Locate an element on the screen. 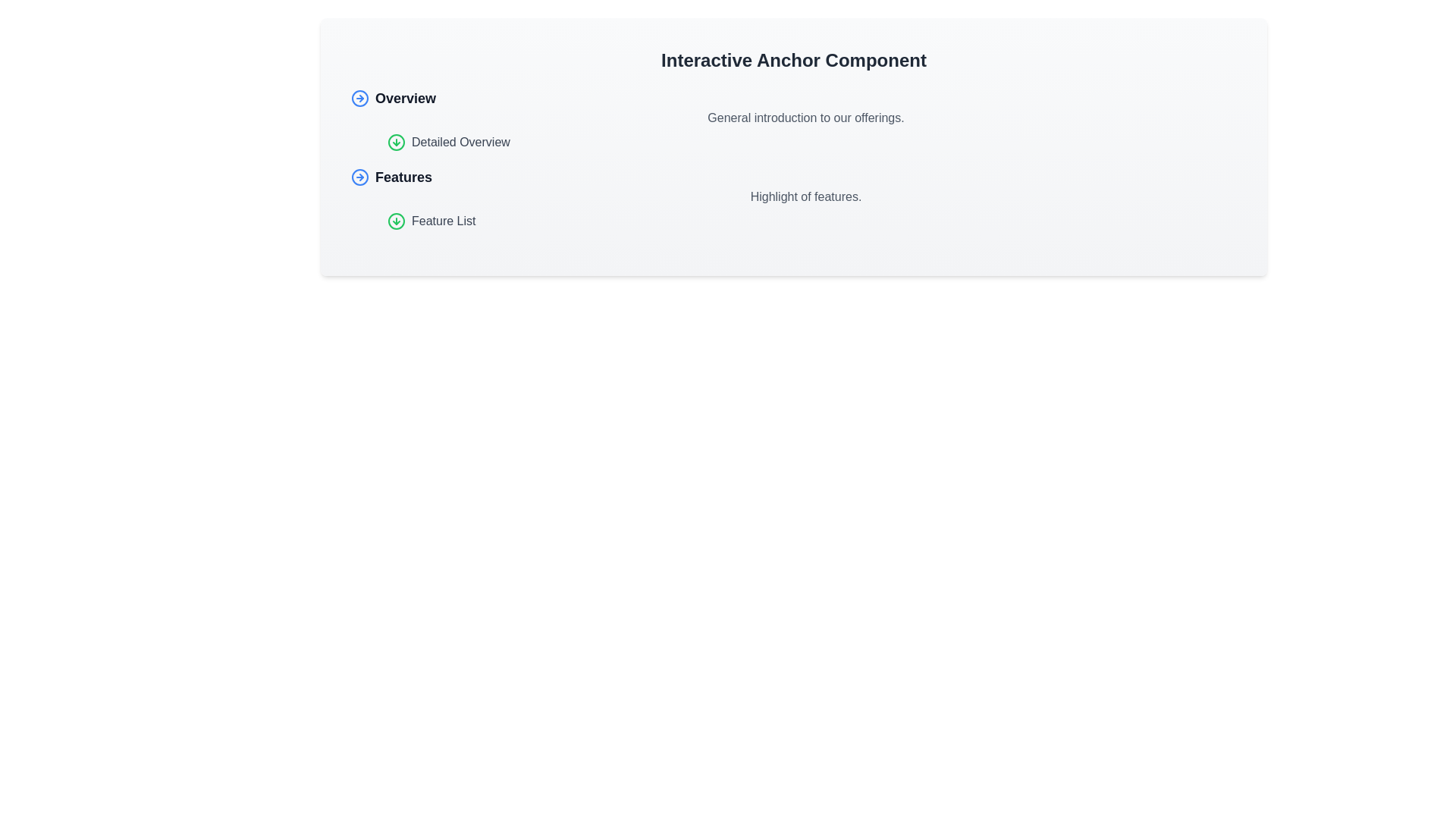  the 'Features' section header is located at coordinates (792, 198).